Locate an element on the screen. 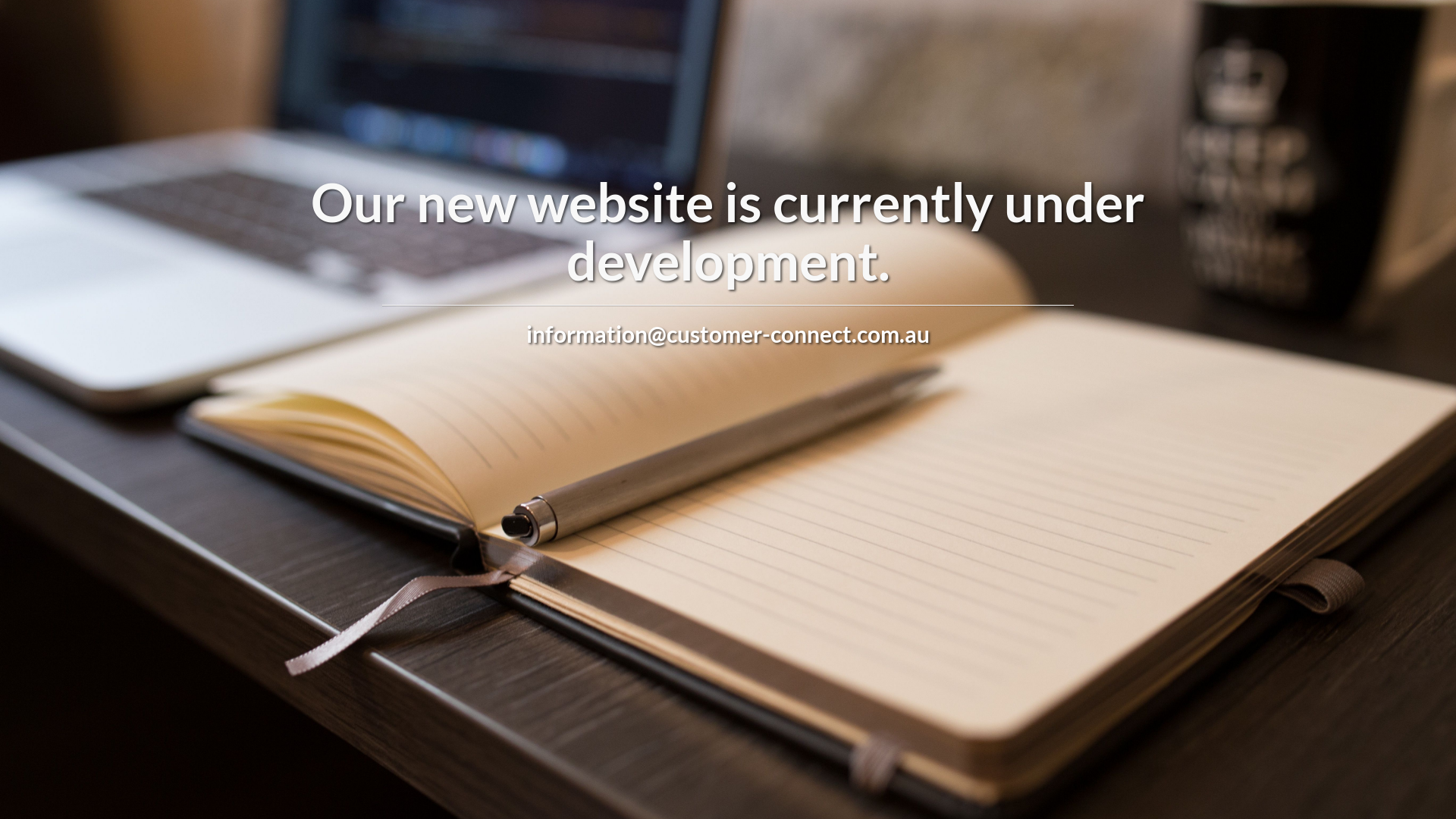 The height and width of the screenshot is (819, 1456). 'information@customer-connect.com.au' is located at coordinates (728, 332).